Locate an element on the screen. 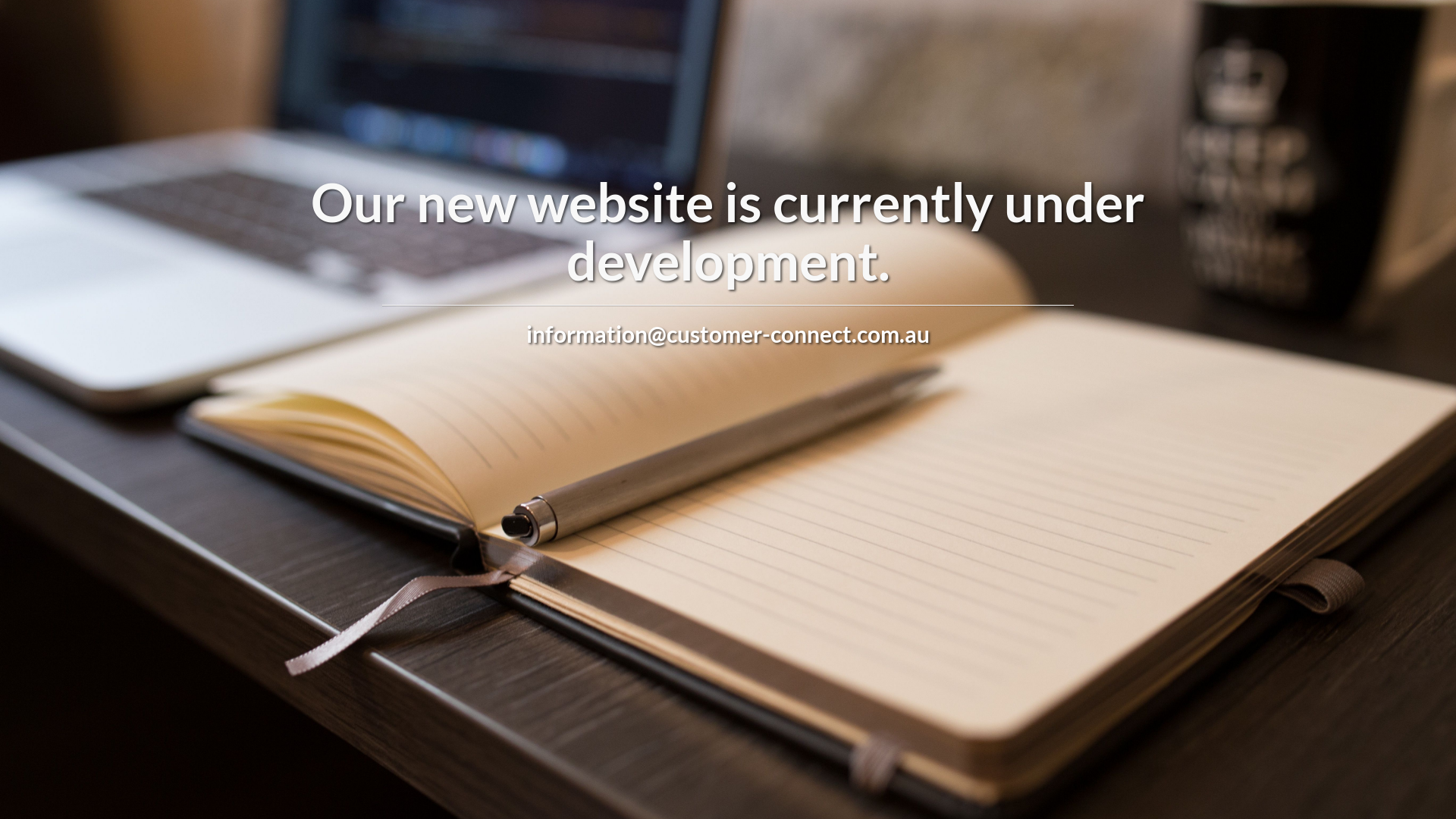 The height and width of the screenshot is (819, 1456). 'information@customer-connect.com.au' is located at coordinates (728, 332).